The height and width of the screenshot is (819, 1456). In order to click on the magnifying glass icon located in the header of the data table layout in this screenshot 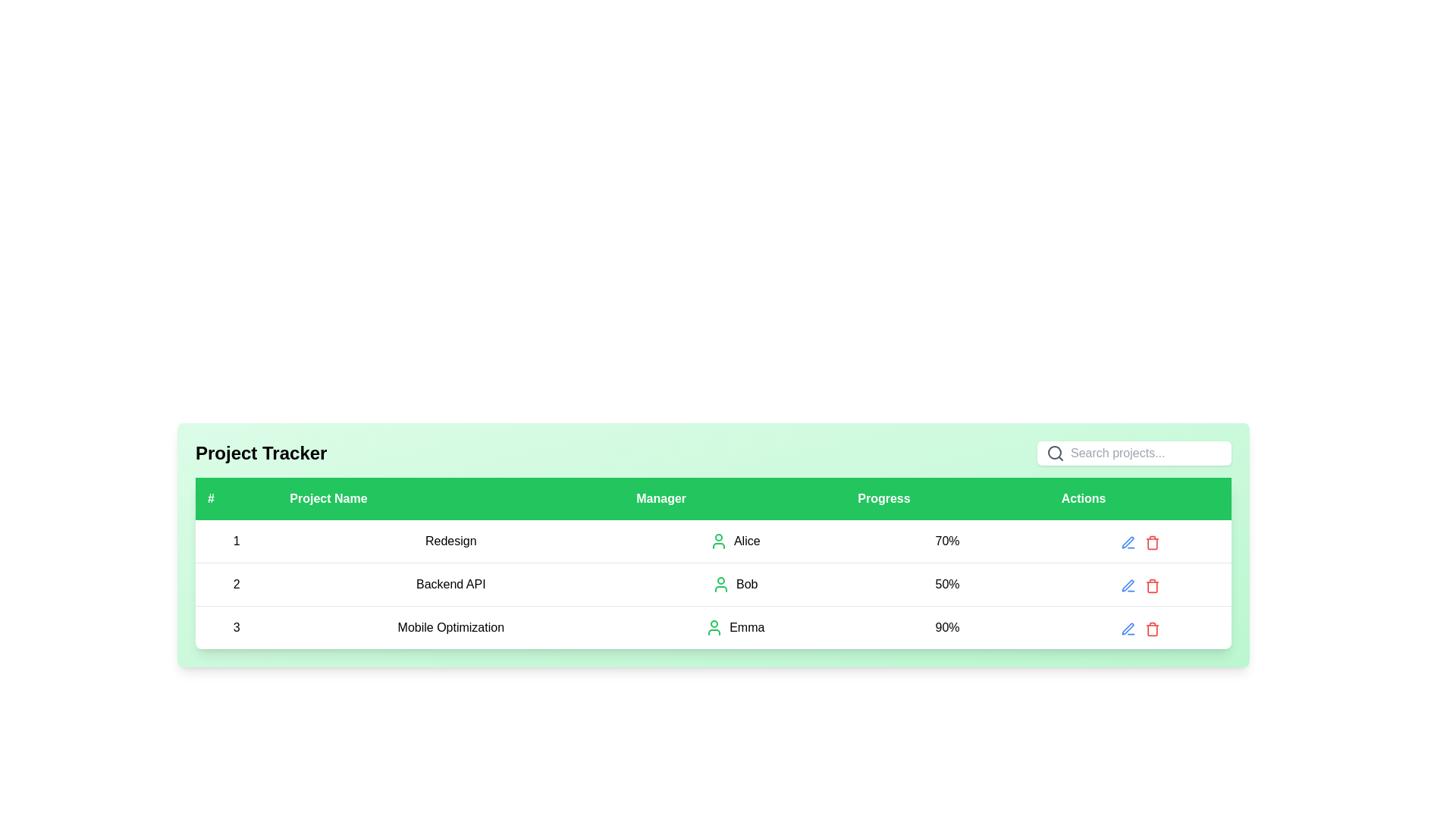, I will do `click(1055, 452)`.